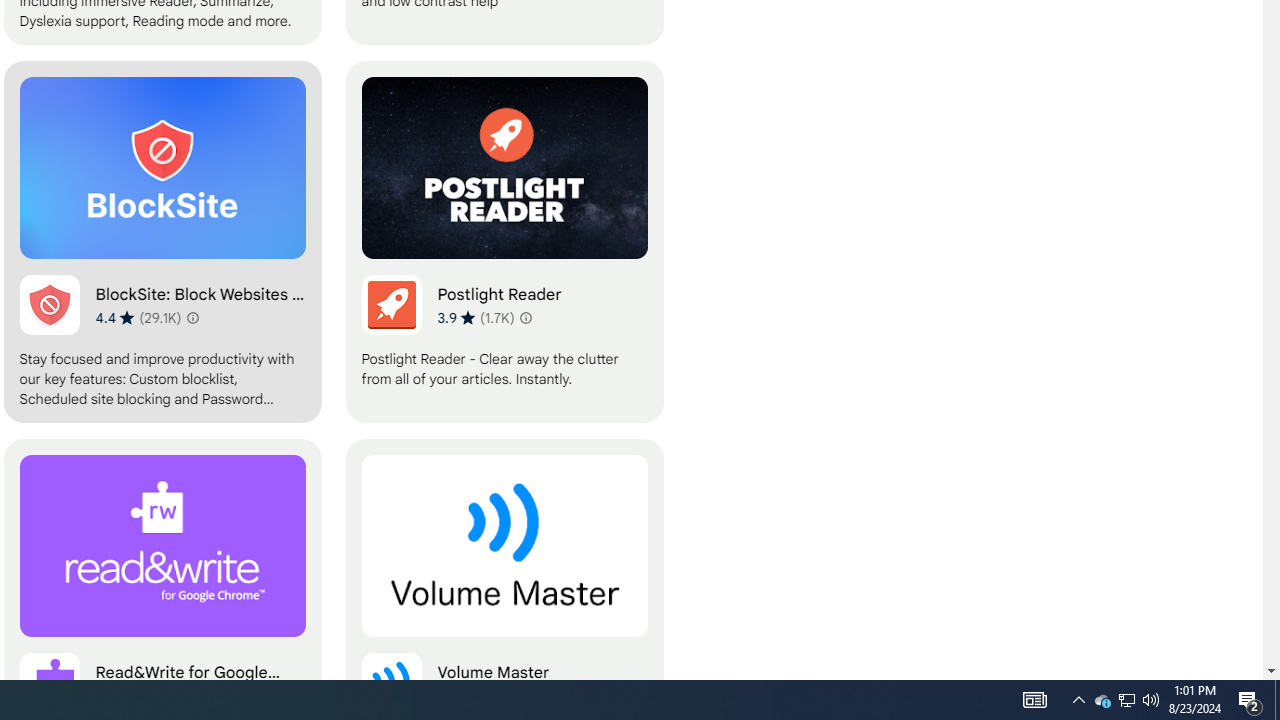 This screenshot has height=720, width=1280. I want to click on 'Average rating 3.9 out of 5 stars. 1.7K ratings.', so click(474, 316).